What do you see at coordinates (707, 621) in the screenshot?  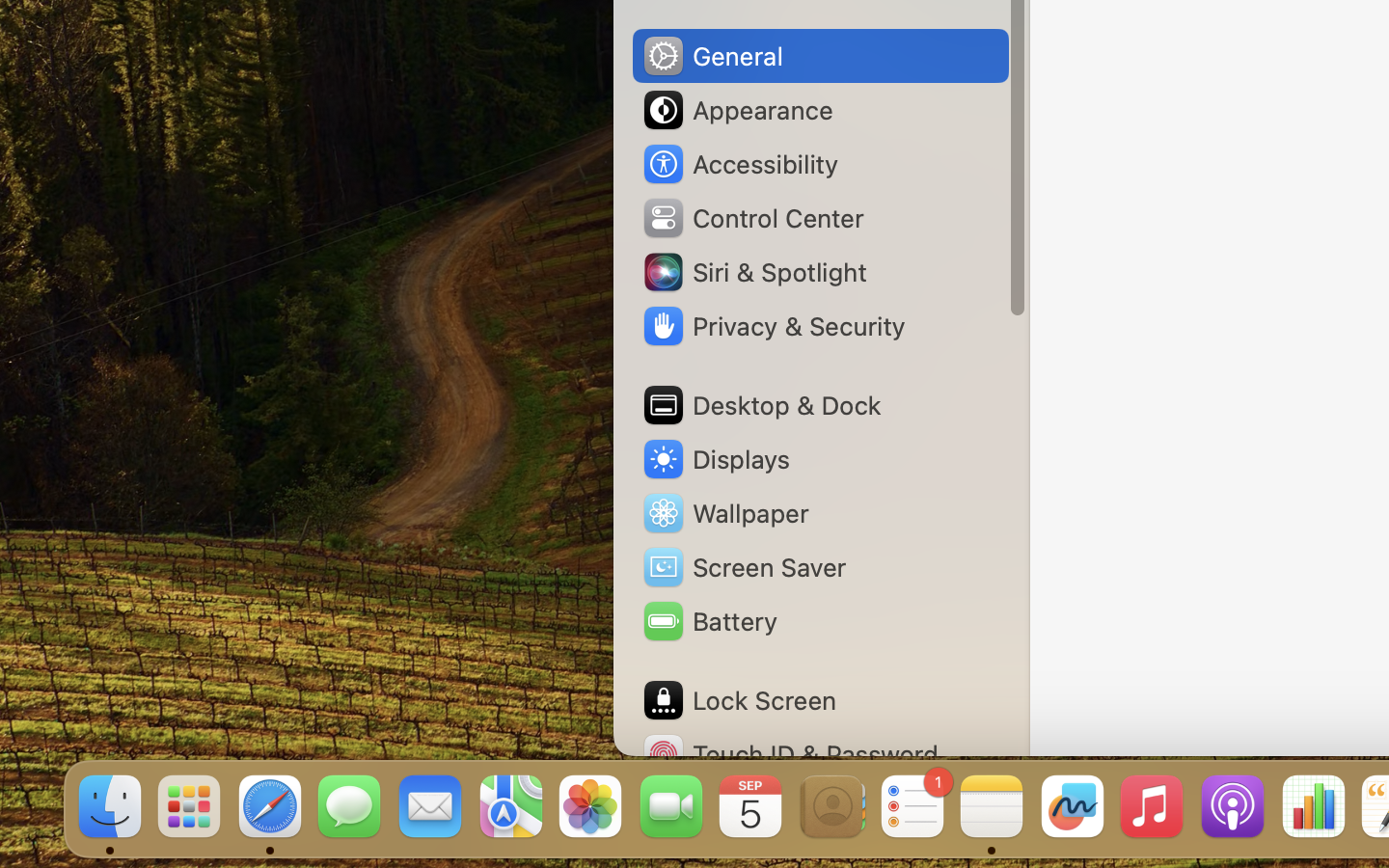 I see `'Battery'` at bounding box center [707, 621].